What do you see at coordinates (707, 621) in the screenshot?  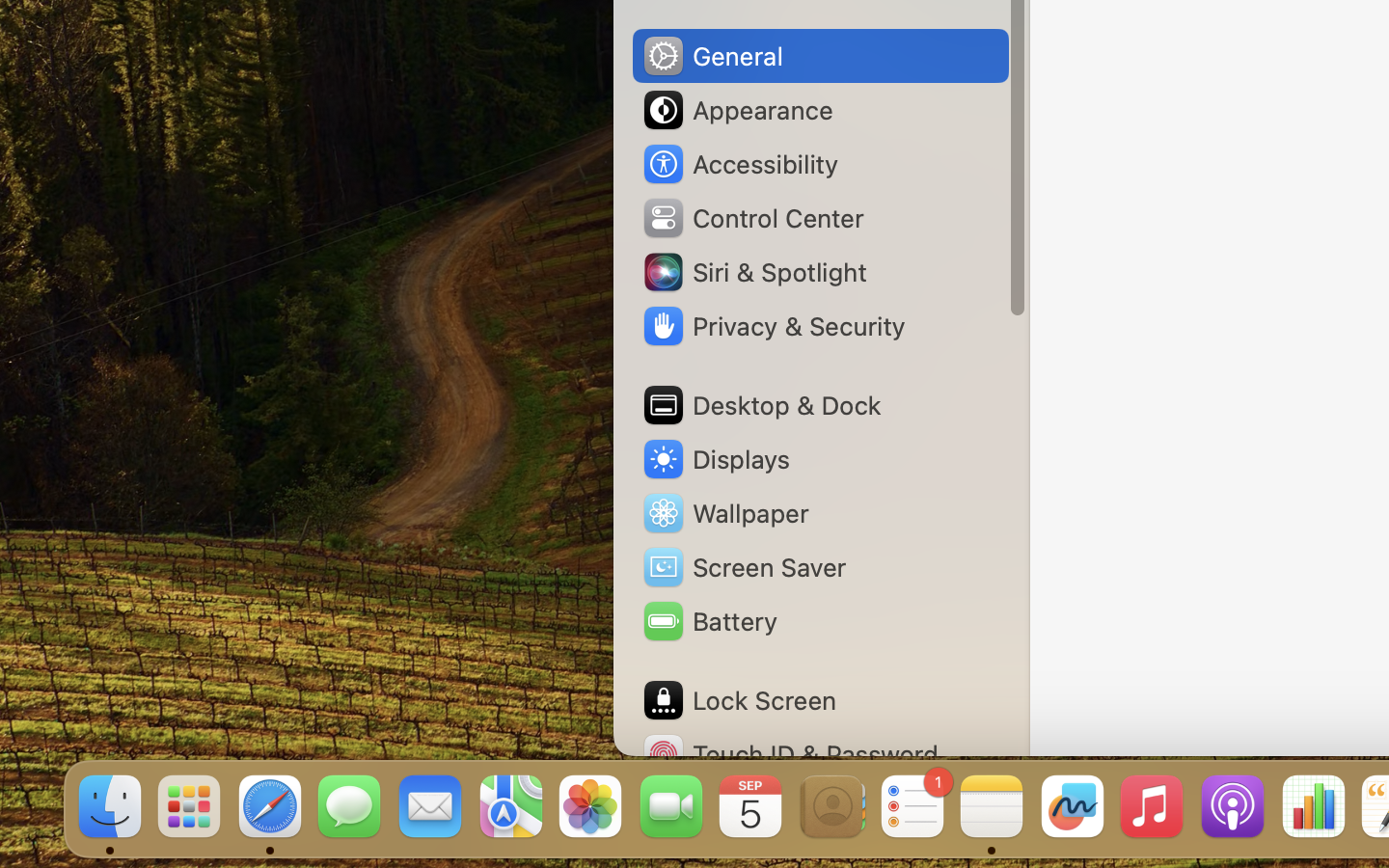 I see `'Battery'` at bounding box center [707, 621].